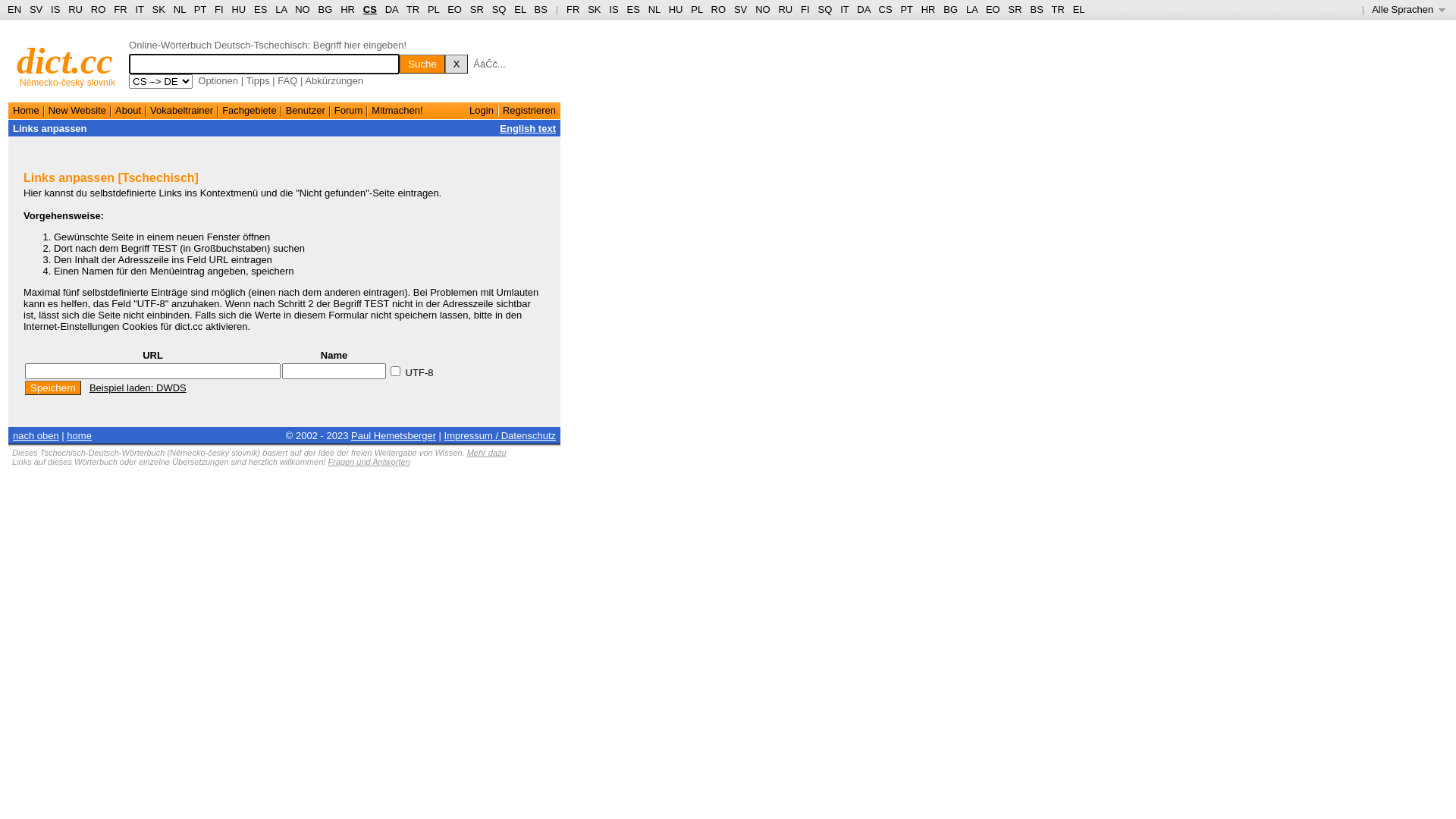 The height and width of the screenshot is (819, 1456). I want to click on 'HR', so click(347, 9).